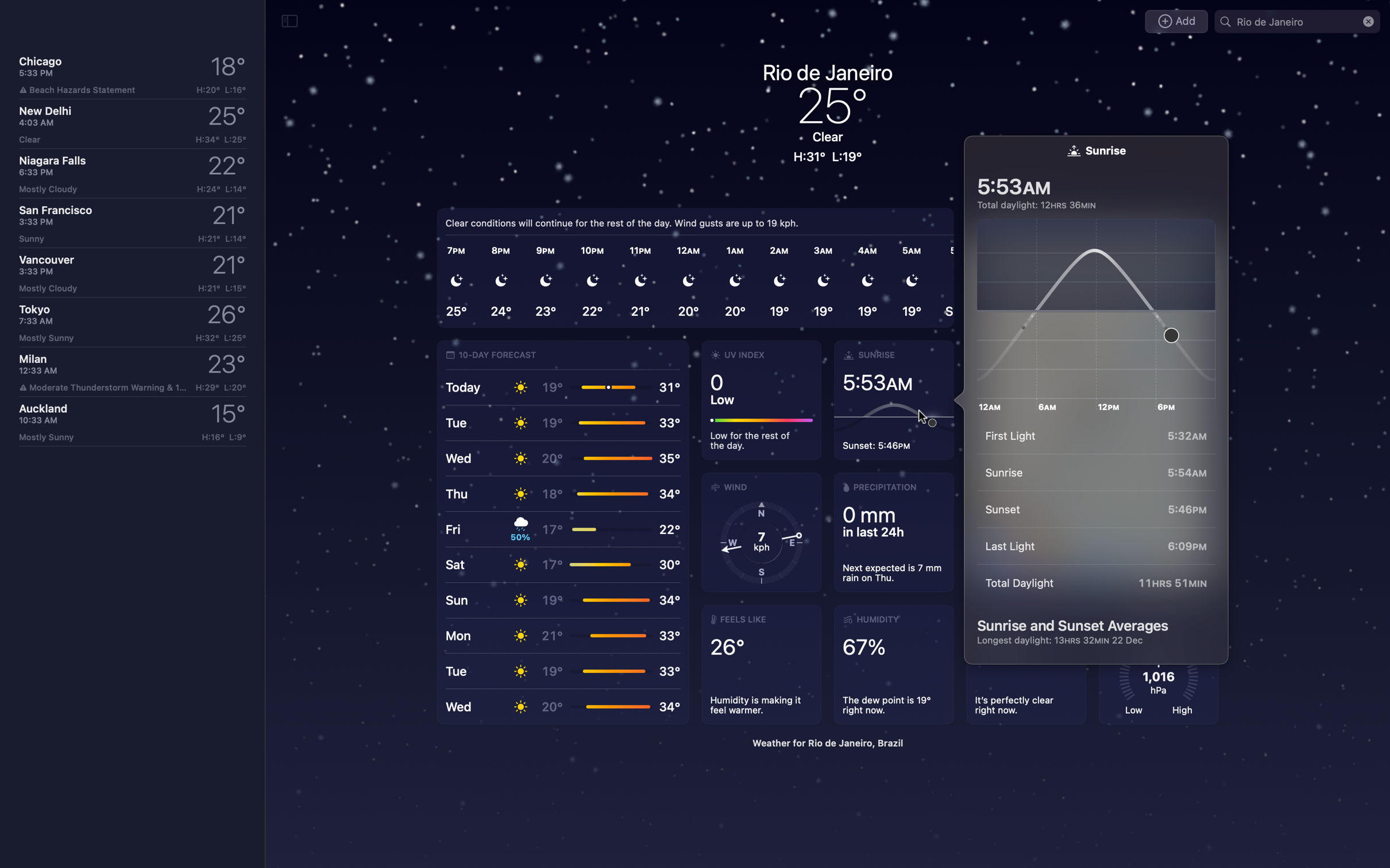  Describe the element at coordinates (892, 532) in the screenshot. I see `further information on precipitation` at that location.